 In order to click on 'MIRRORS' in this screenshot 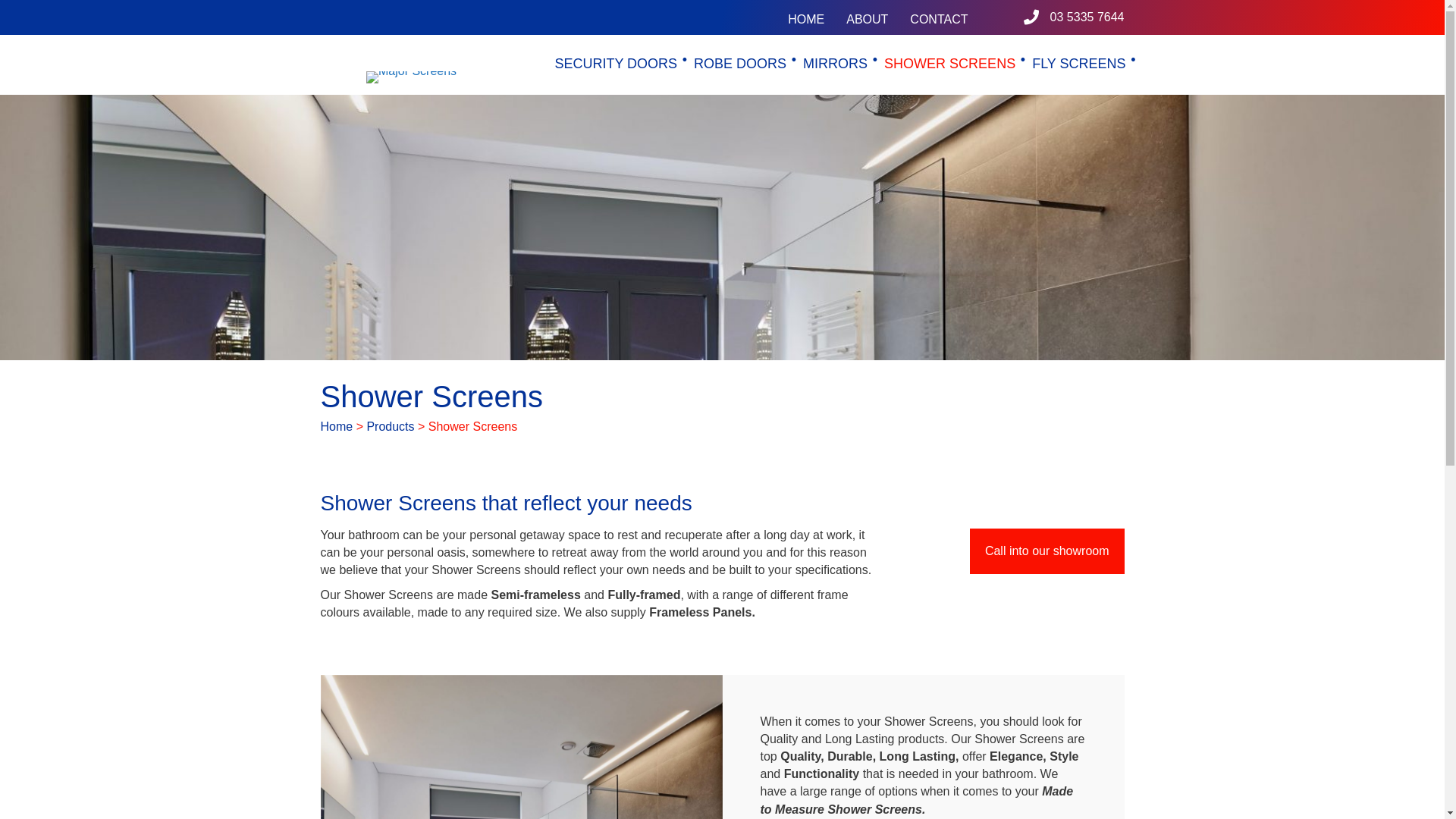, I will do `click(833, 62)`.